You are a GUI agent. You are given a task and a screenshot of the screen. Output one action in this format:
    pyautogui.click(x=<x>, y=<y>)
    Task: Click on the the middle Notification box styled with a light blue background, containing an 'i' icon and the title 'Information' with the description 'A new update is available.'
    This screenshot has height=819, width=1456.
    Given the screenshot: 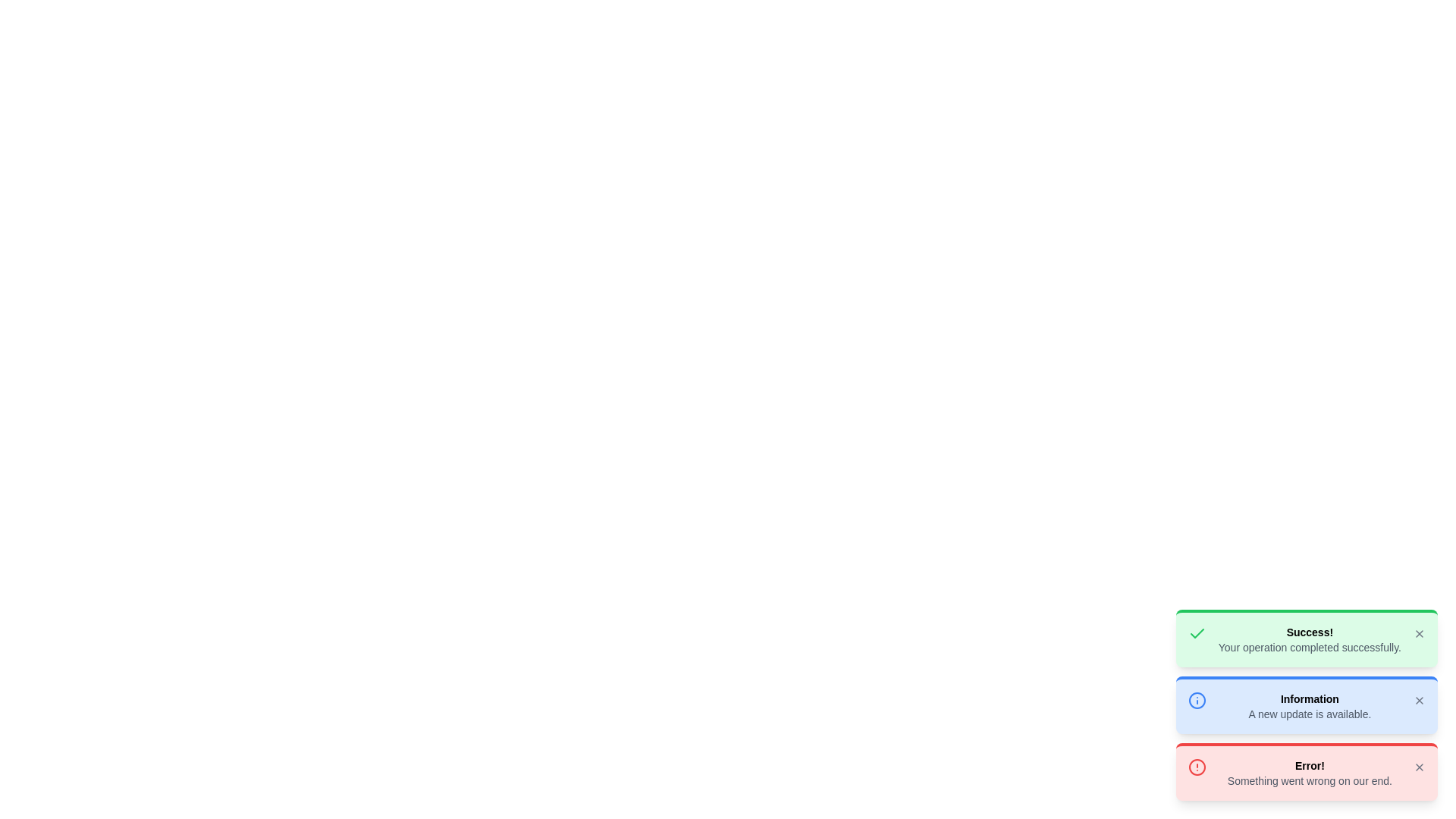 What is the action you would take?
    pyautogui.click(x=1306, y=704)
    